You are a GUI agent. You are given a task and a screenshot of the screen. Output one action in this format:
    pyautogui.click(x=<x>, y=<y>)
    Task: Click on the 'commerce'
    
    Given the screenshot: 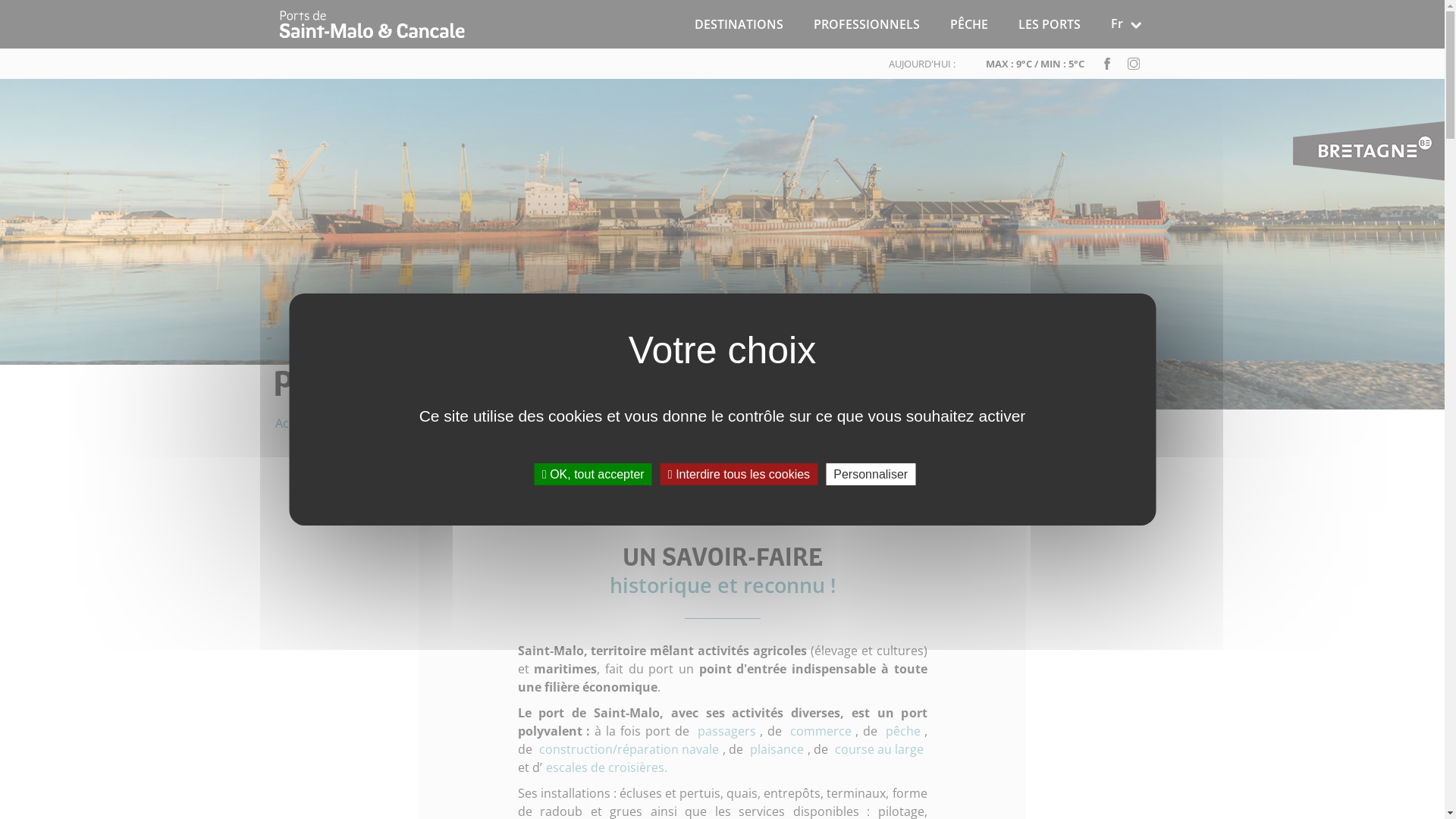 What is the action you would take?
    pyautogui.click(x=820, y=730)
    